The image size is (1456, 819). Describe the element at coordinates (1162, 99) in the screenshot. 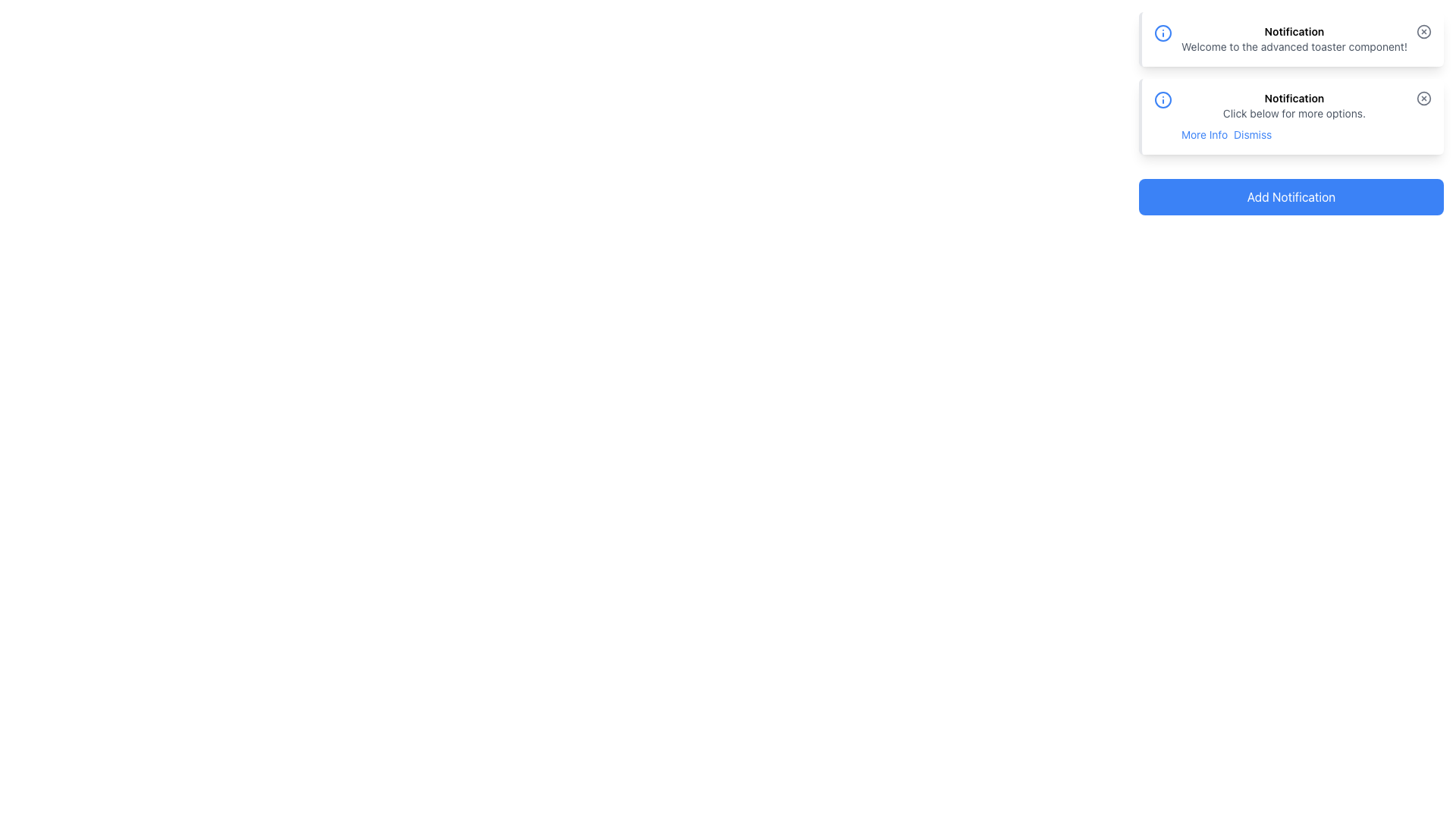

I see `the informational status icon located within the notification card, adjacent to the notification's title text` at that location.